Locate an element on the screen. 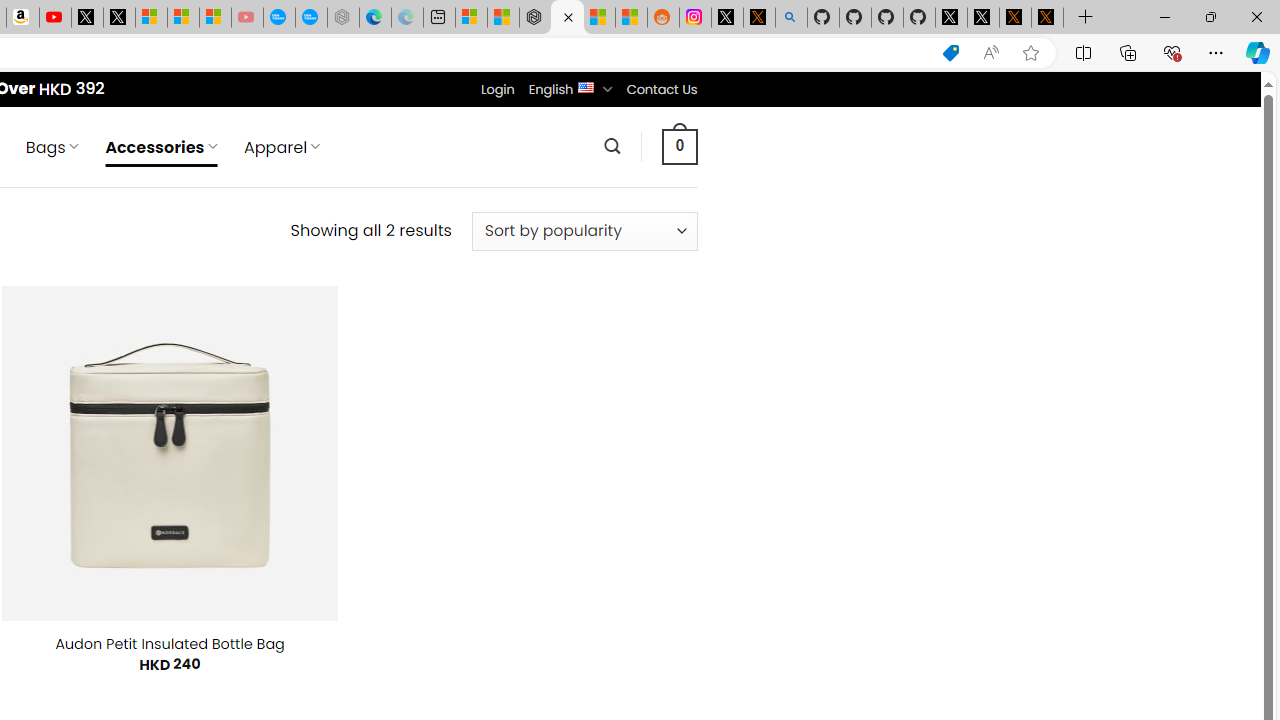  'Shop order' is located at coordinates (583, 230).